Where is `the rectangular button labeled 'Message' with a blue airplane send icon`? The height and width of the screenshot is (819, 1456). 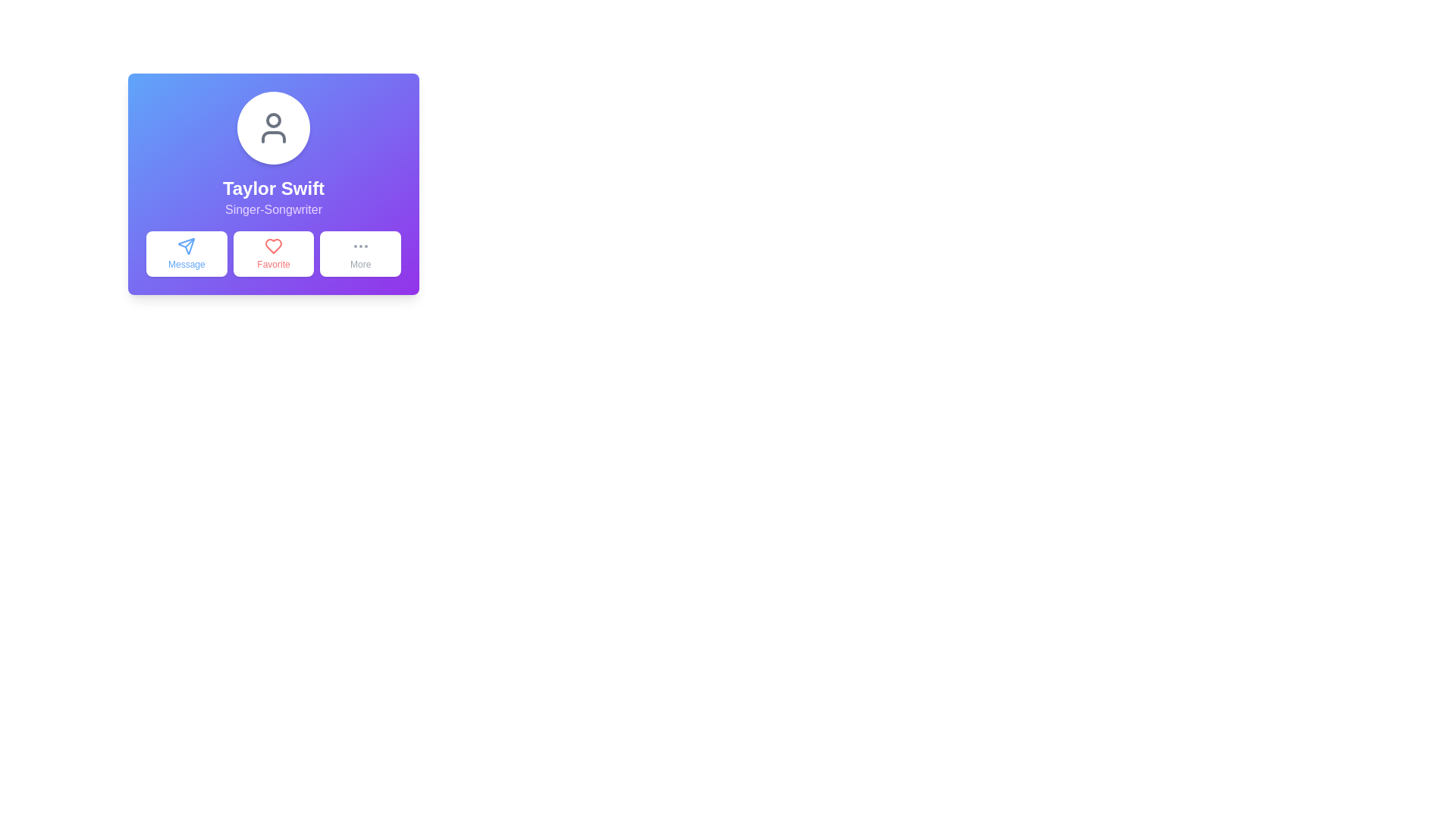
the rectangular button labeled 'Message' with a blue airplane send icon is located at coordinates (186, 253).